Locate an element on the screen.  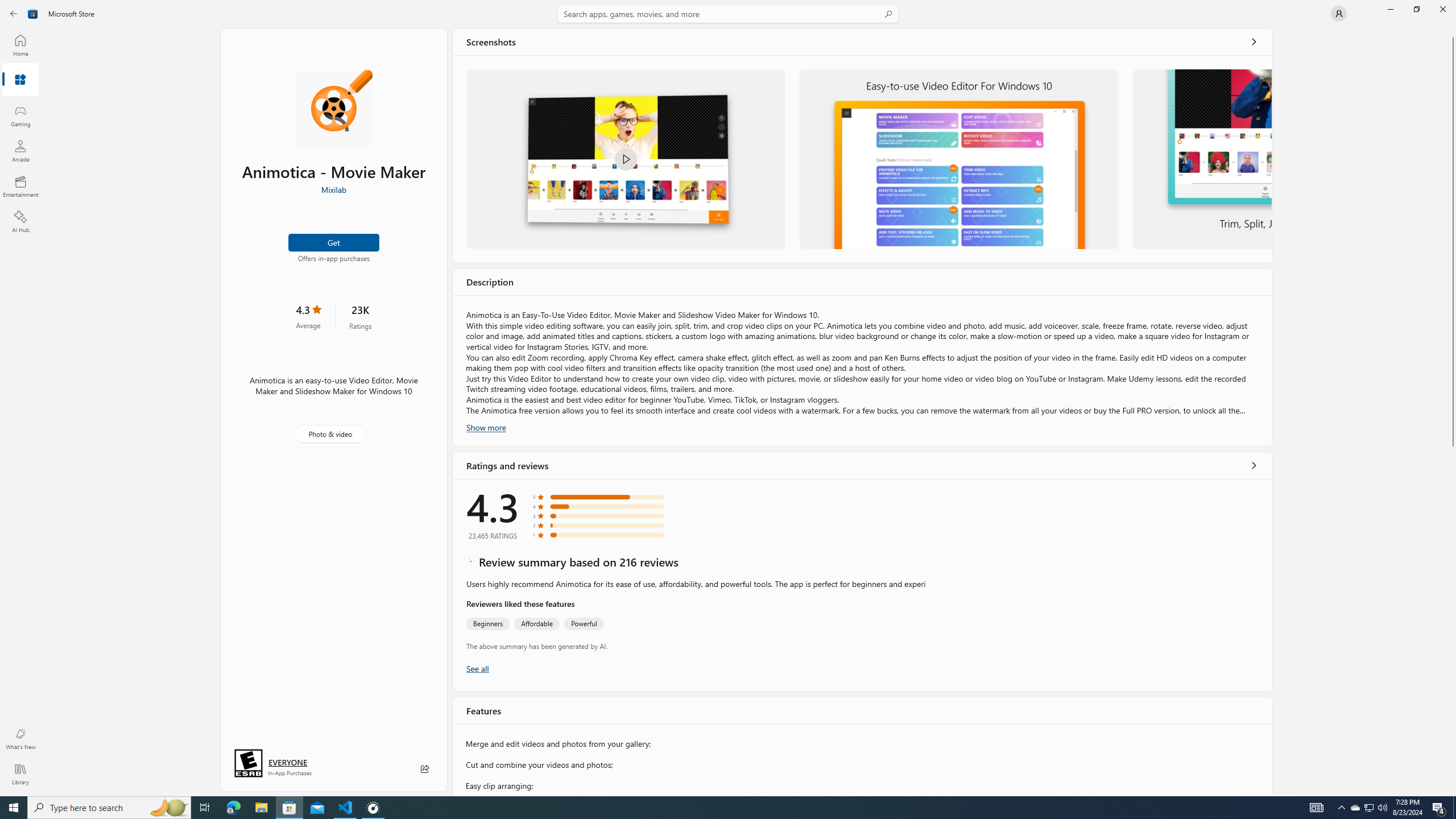
'Photo & video' is located at coordinates (329, 433).